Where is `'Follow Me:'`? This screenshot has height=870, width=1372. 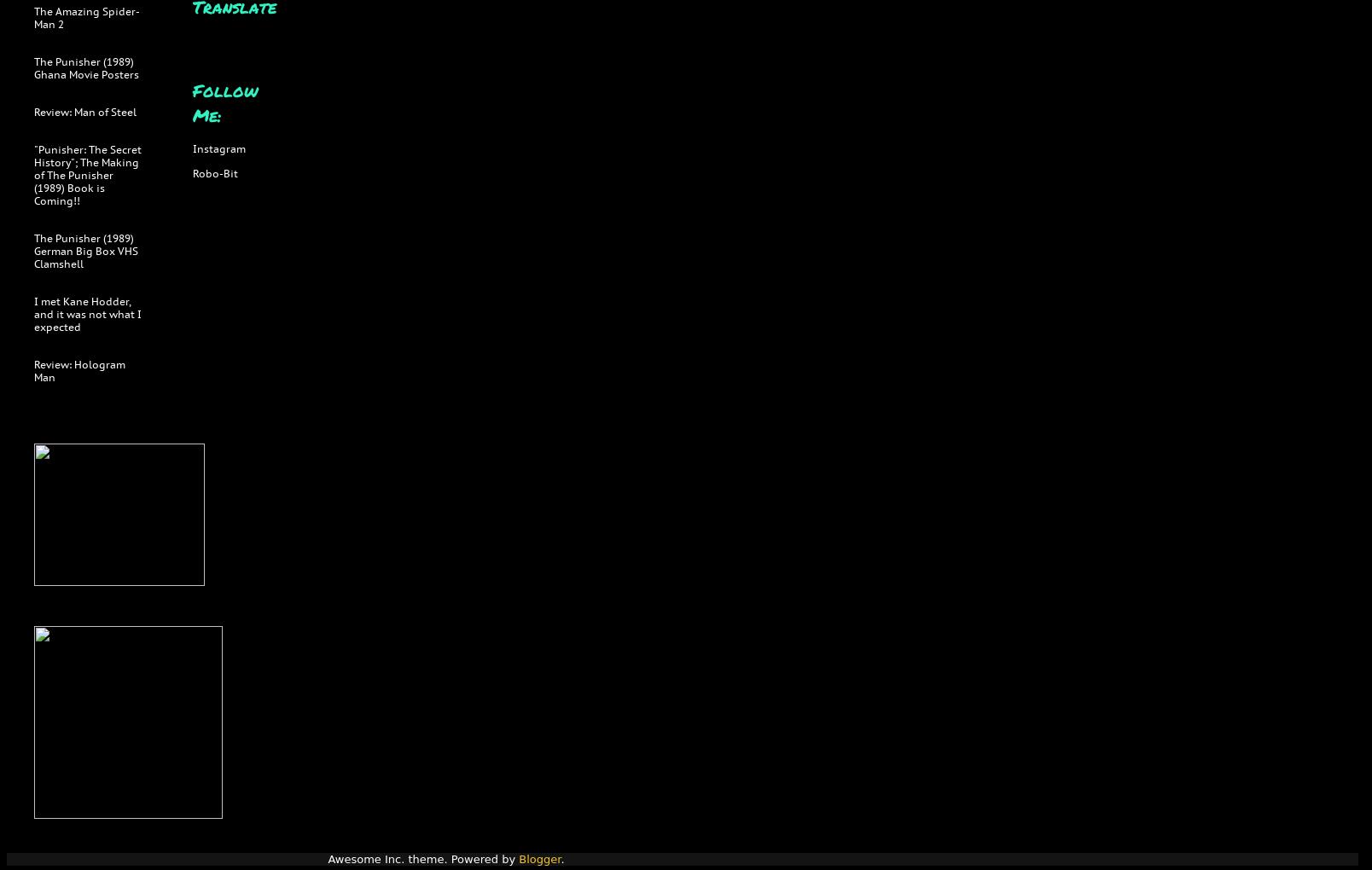
'Follow Me:' is located at coordinates (224, 101).